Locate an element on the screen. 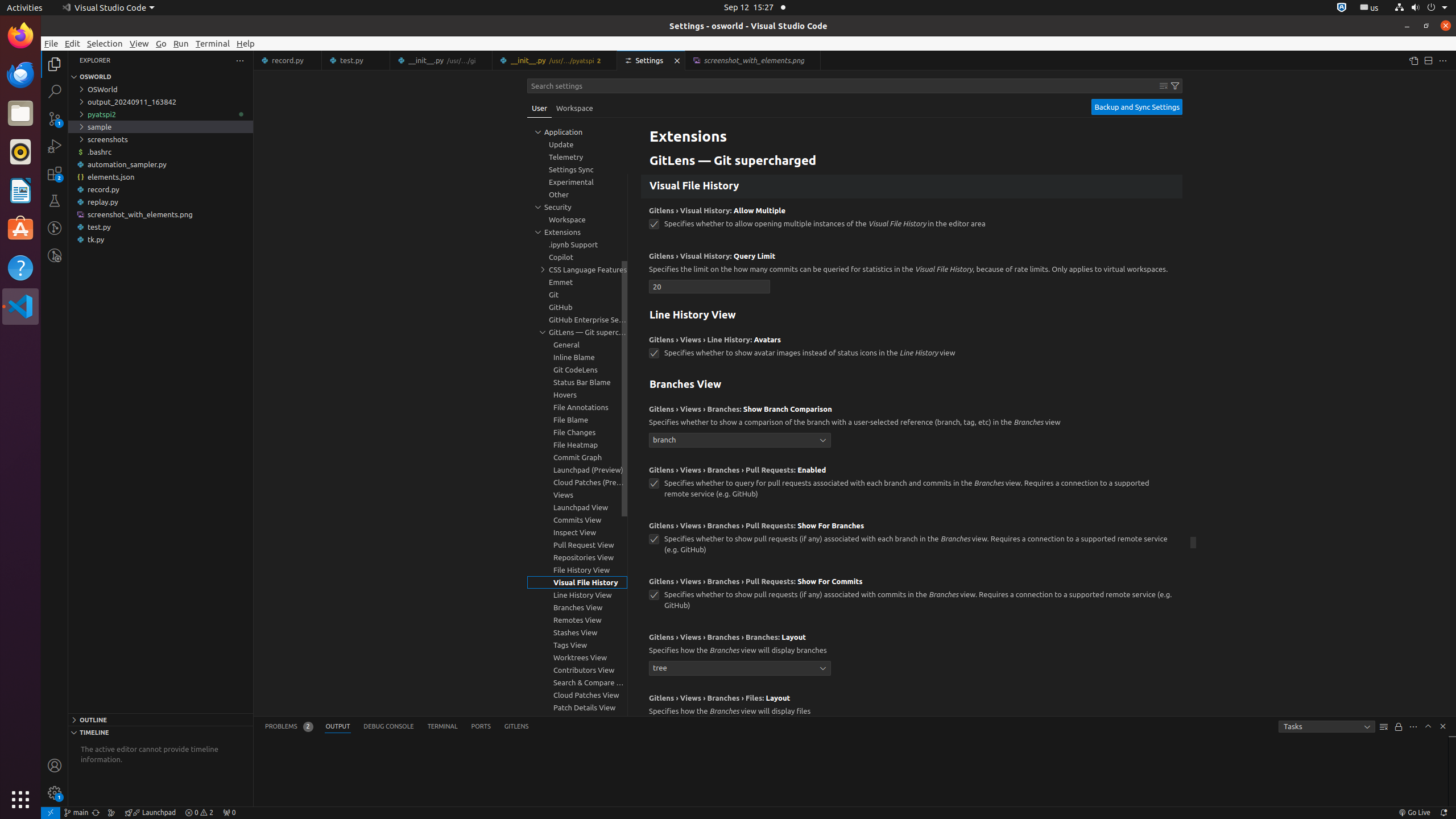 The height and width of the screenshot is (819, 1456). 'Maximize Panel Size' is located at coordinates (1428, 725).